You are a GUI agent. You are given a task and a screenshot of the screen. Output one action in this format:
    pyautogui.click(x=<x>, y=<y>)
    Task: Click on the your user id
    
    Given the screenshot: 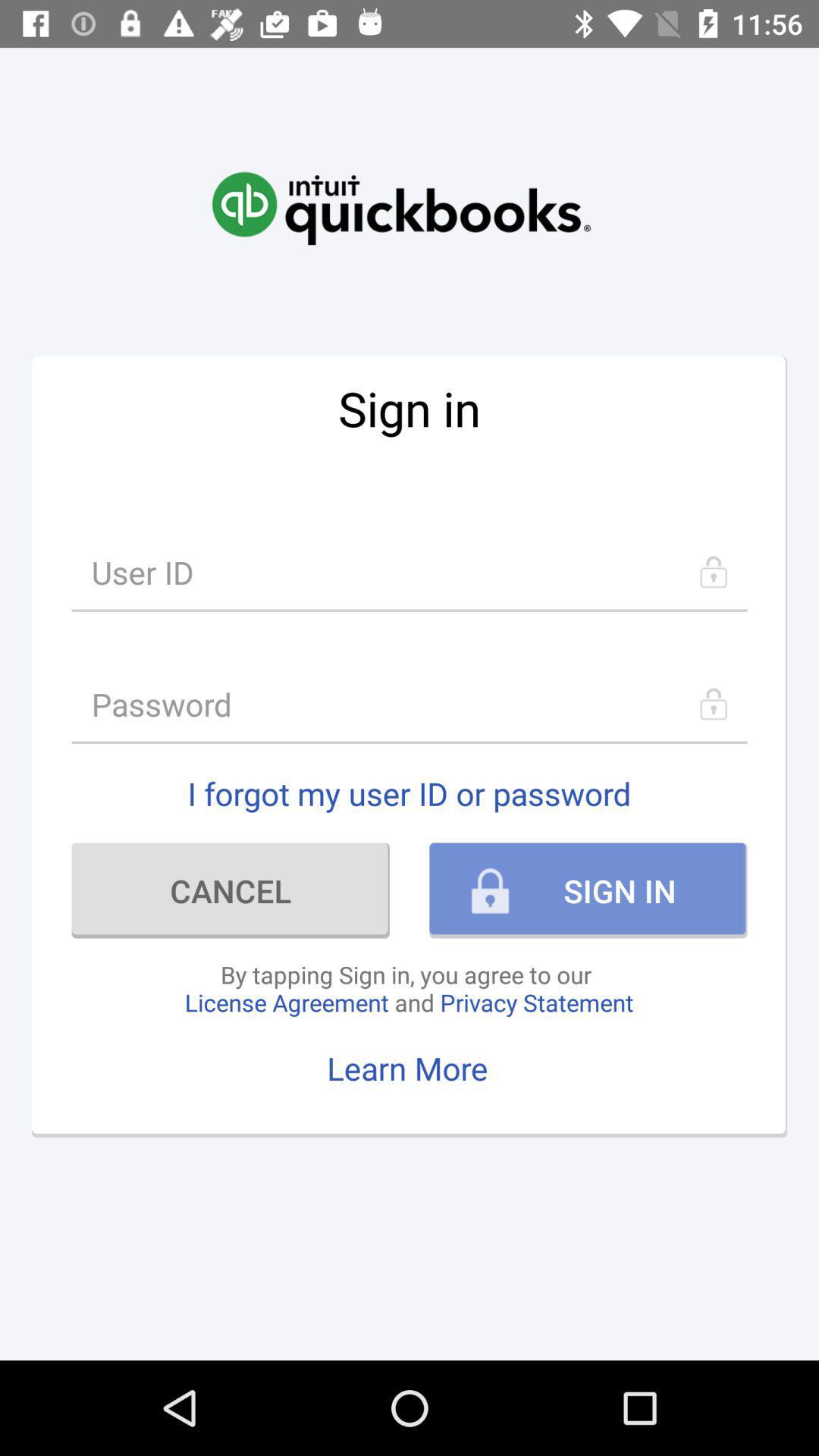 What is the action you would take?
    pyautogui.click(x=409, y=571)
    